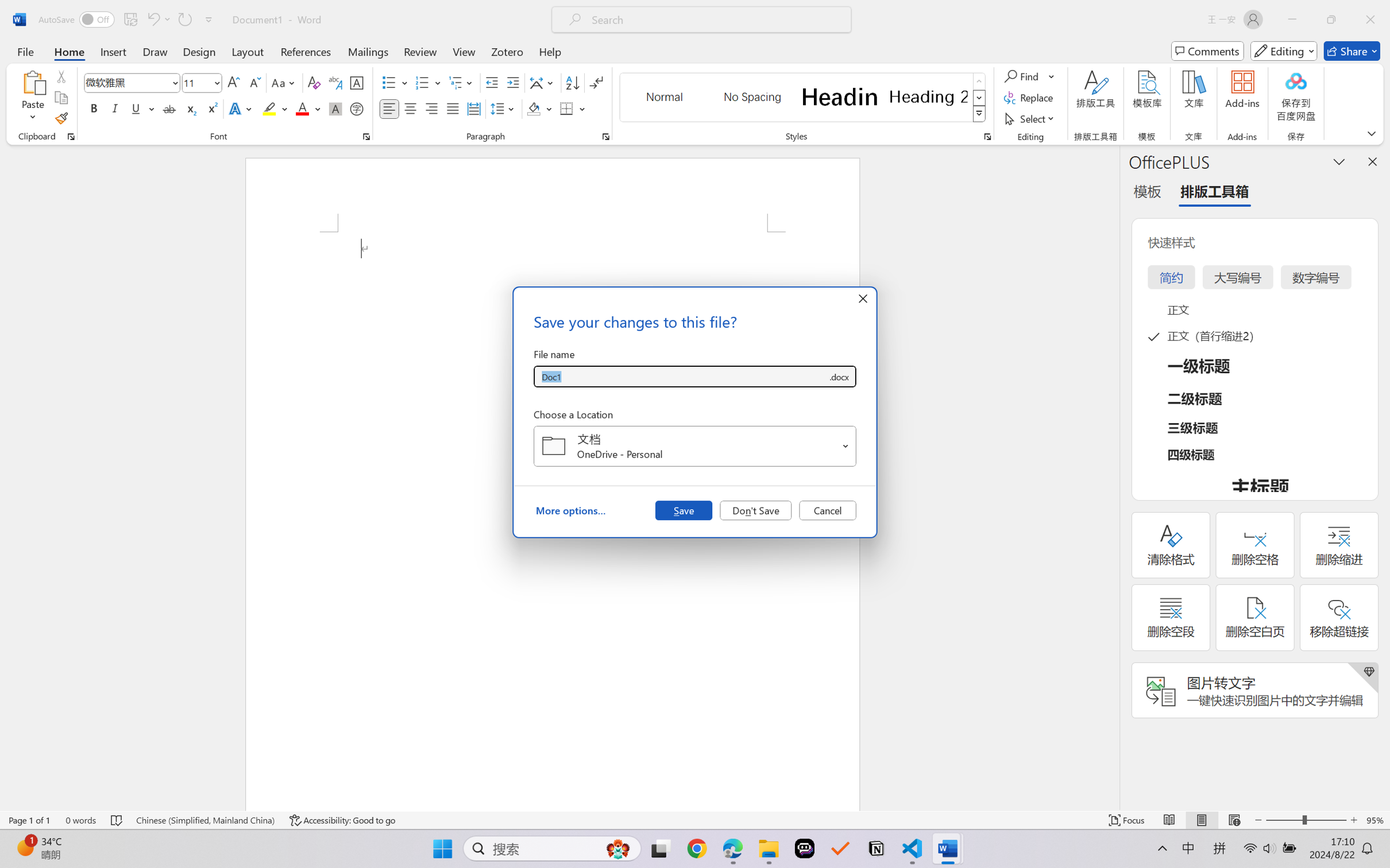 The image size is (1390, 868). Describe the element at coordinates (802, 98) in the screenshot. I see `'AutomationID: QuickStylesGallery'` at that location.